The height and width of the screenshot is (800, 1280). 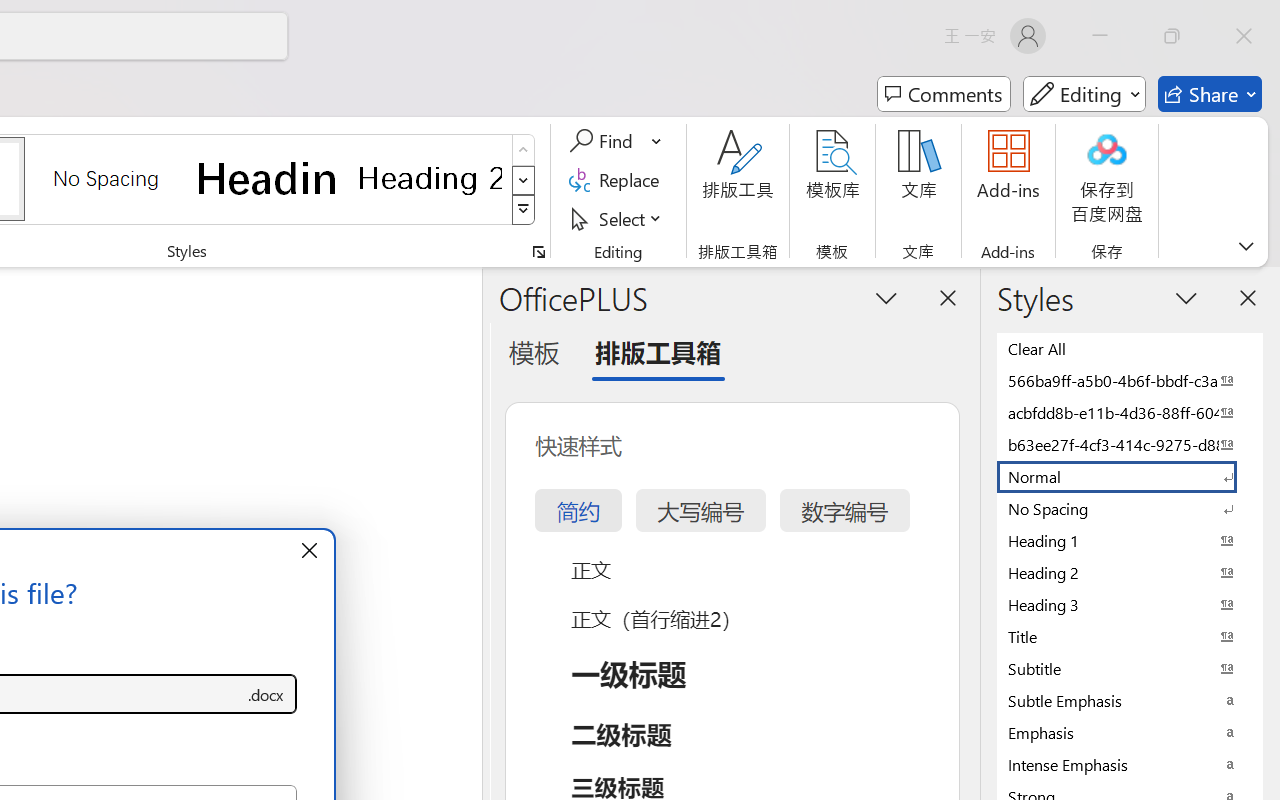 I want to click on 'Row Down', so click(x=523, y=179).